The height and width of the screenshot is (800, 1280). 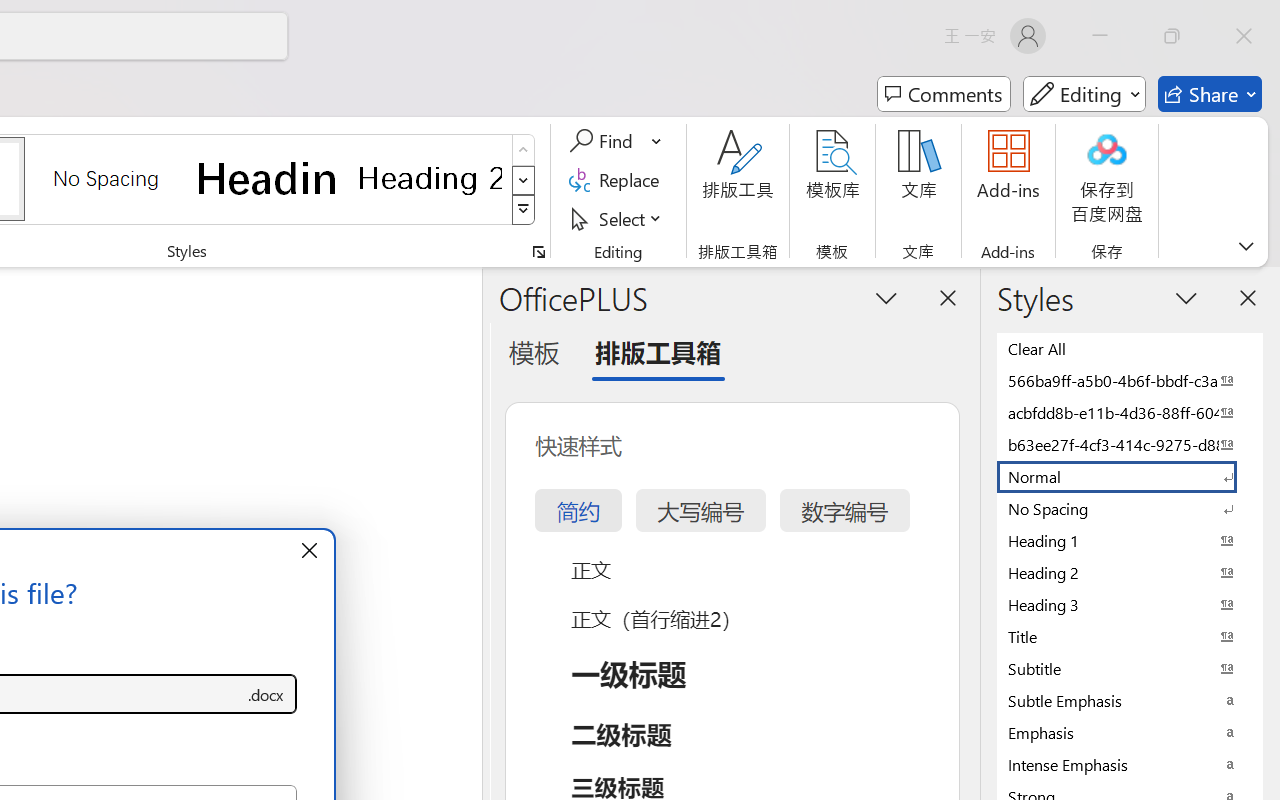 I want to click on 'Row Down', so click(x=523, y=179).